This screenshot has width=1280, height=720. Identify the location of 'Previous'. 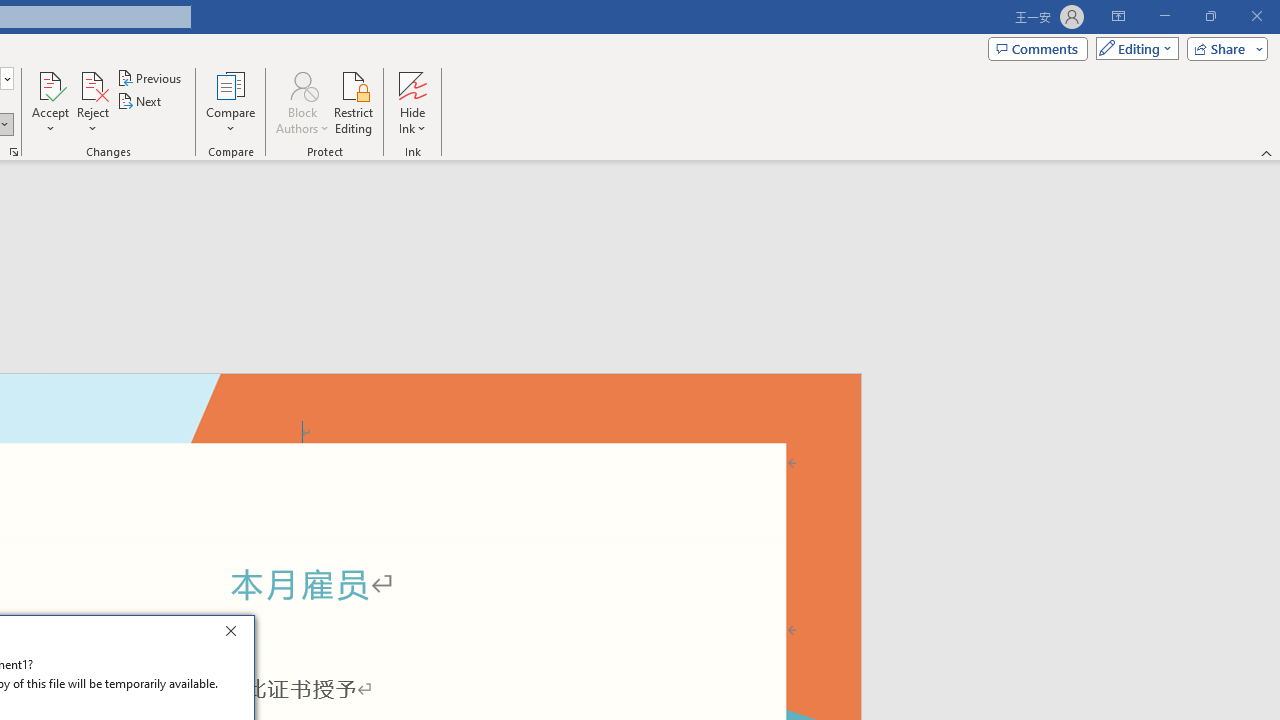
(150, 77).